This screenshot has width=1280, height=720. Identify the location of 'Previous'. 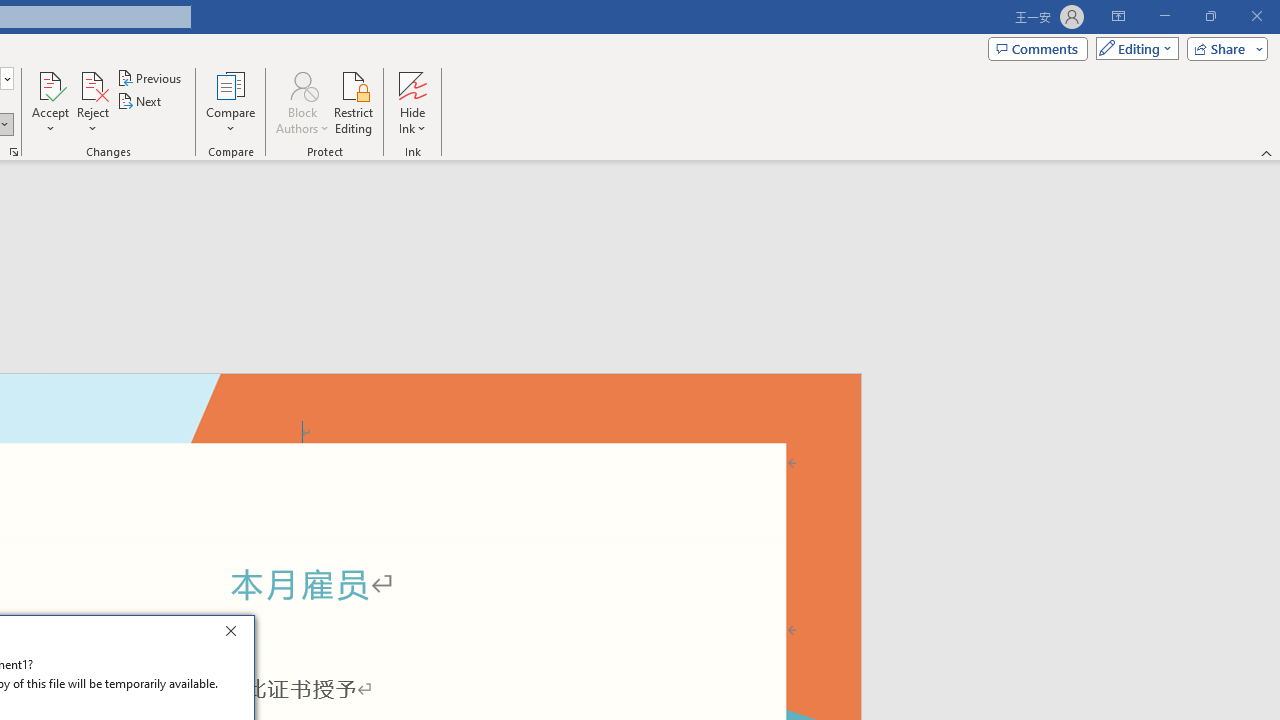
(150, 77).